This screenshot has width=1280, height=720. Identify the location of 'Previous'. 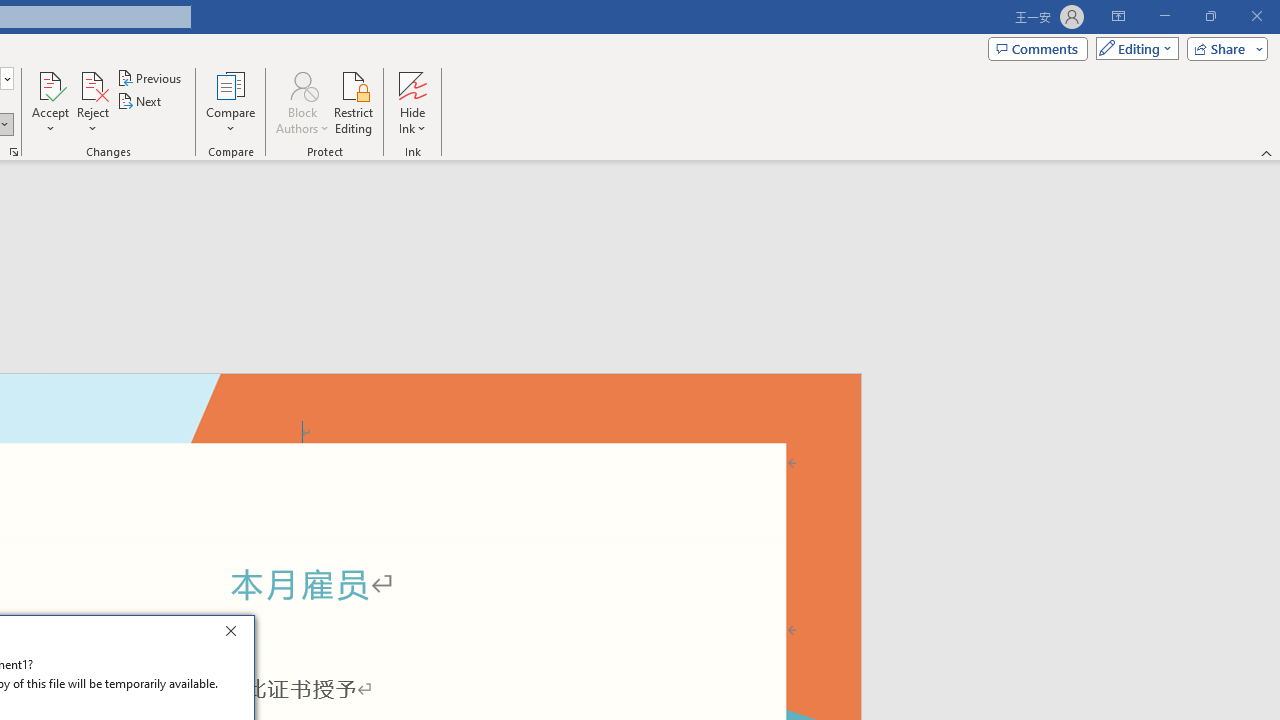
(150, 77).